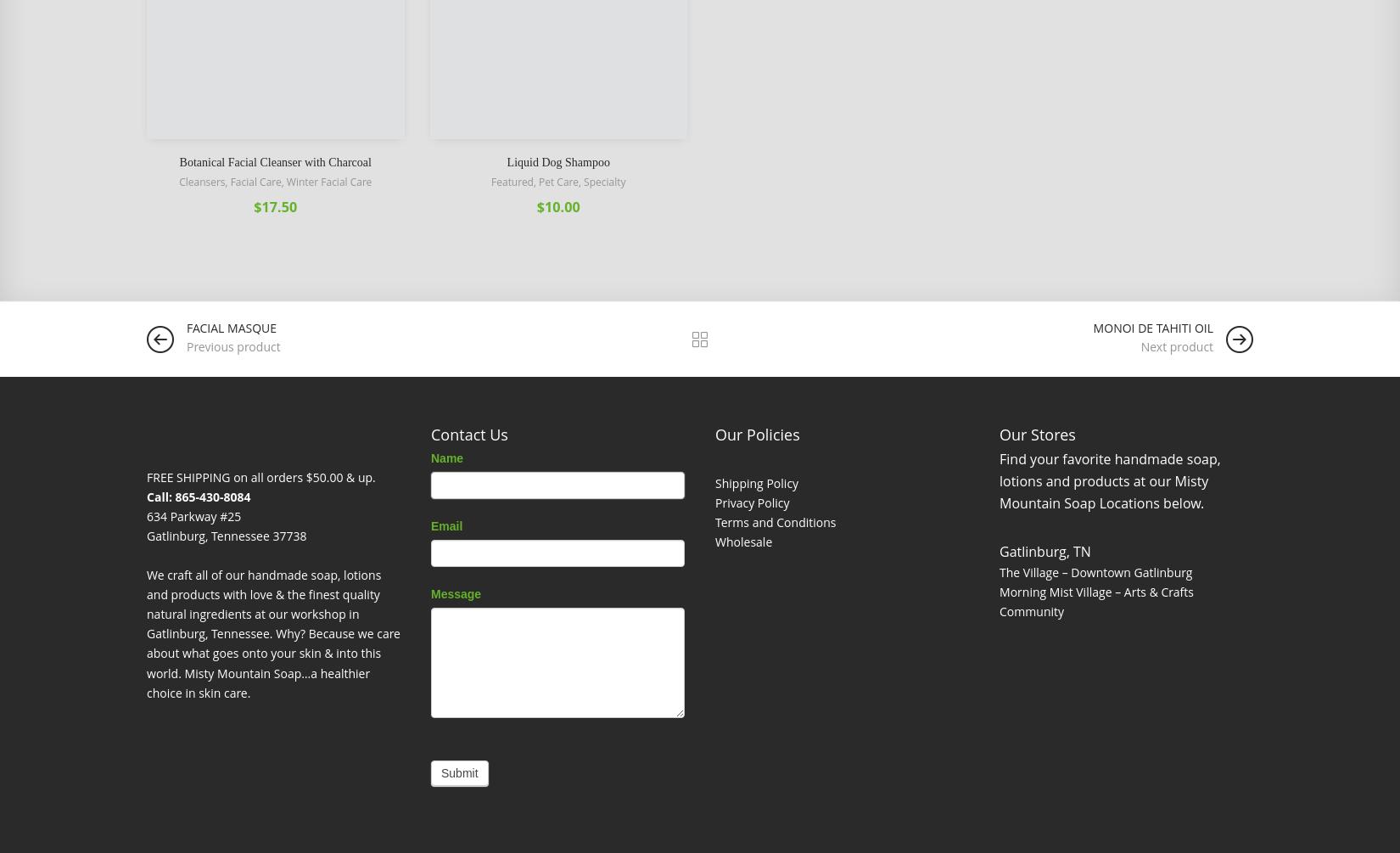  Describe the element at coordinates (198, 495) in the screenshot. I see `'Call: 865-430-8084'` at that location.